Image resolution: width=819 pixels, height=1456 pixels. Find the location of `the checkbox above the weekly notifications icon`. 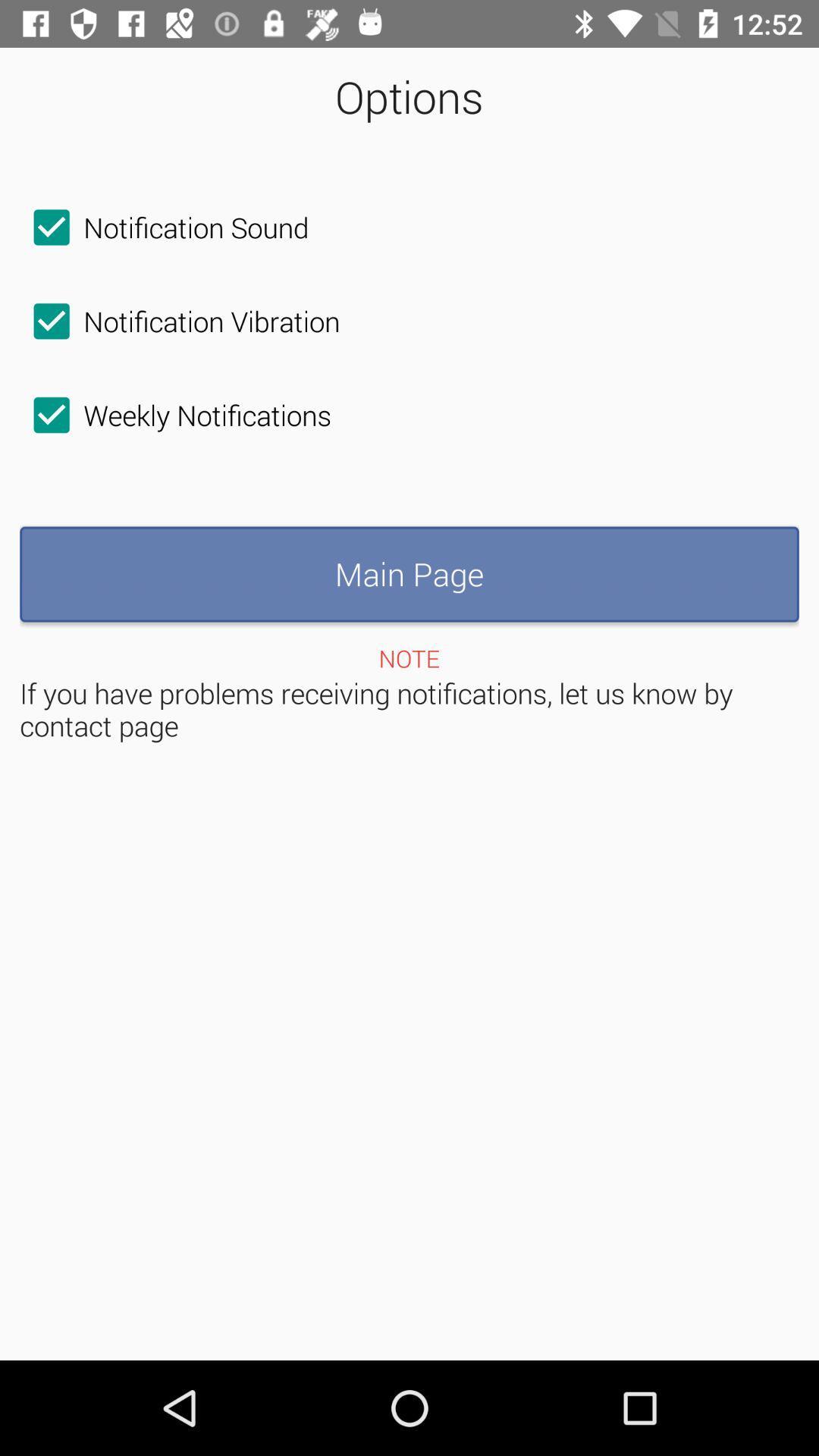

the checkbox above the weekly notifications icon is located at coordinates (179, 320).